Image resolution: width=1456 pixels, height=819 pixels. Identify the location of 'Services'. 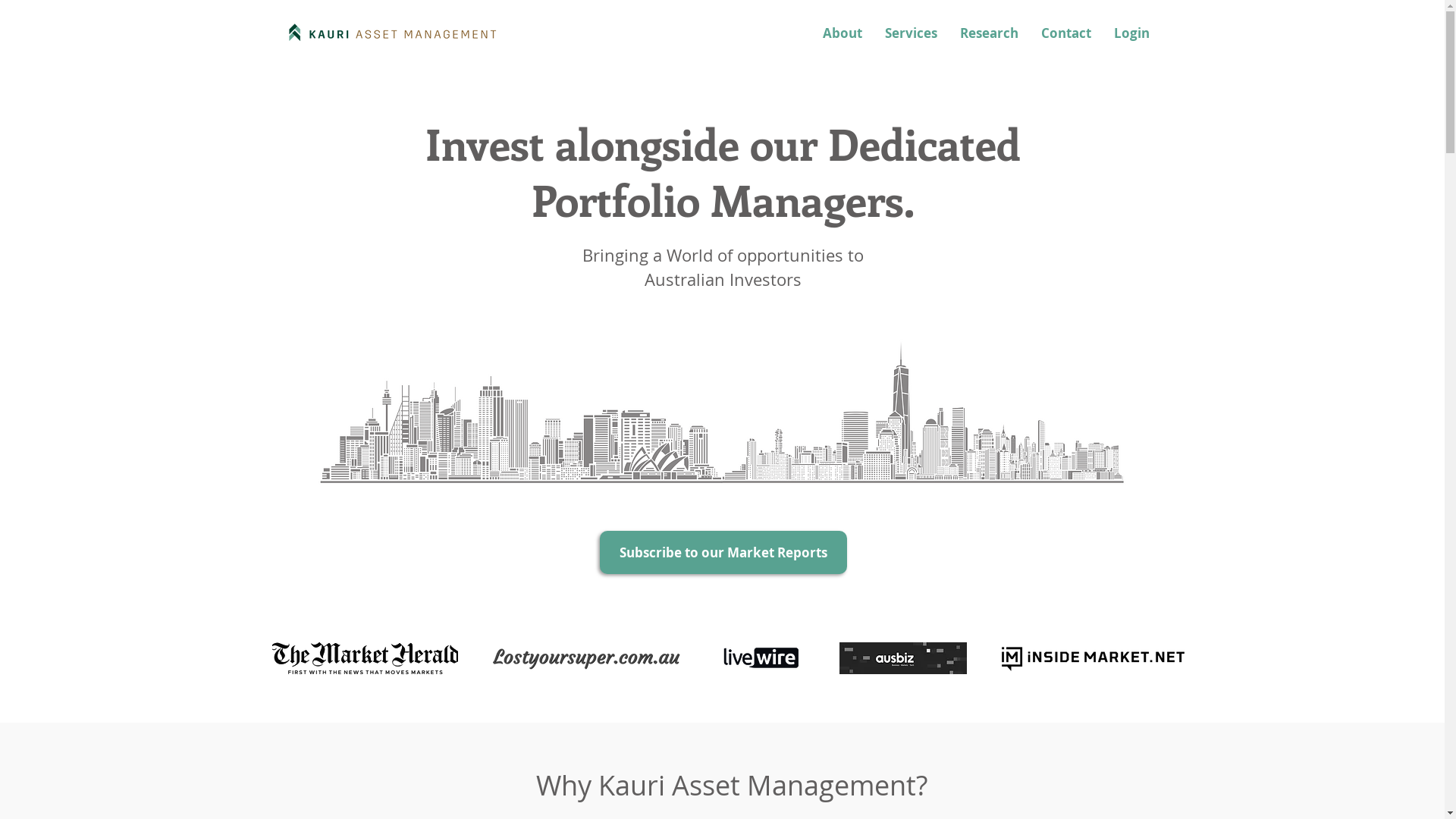
(910, 33).